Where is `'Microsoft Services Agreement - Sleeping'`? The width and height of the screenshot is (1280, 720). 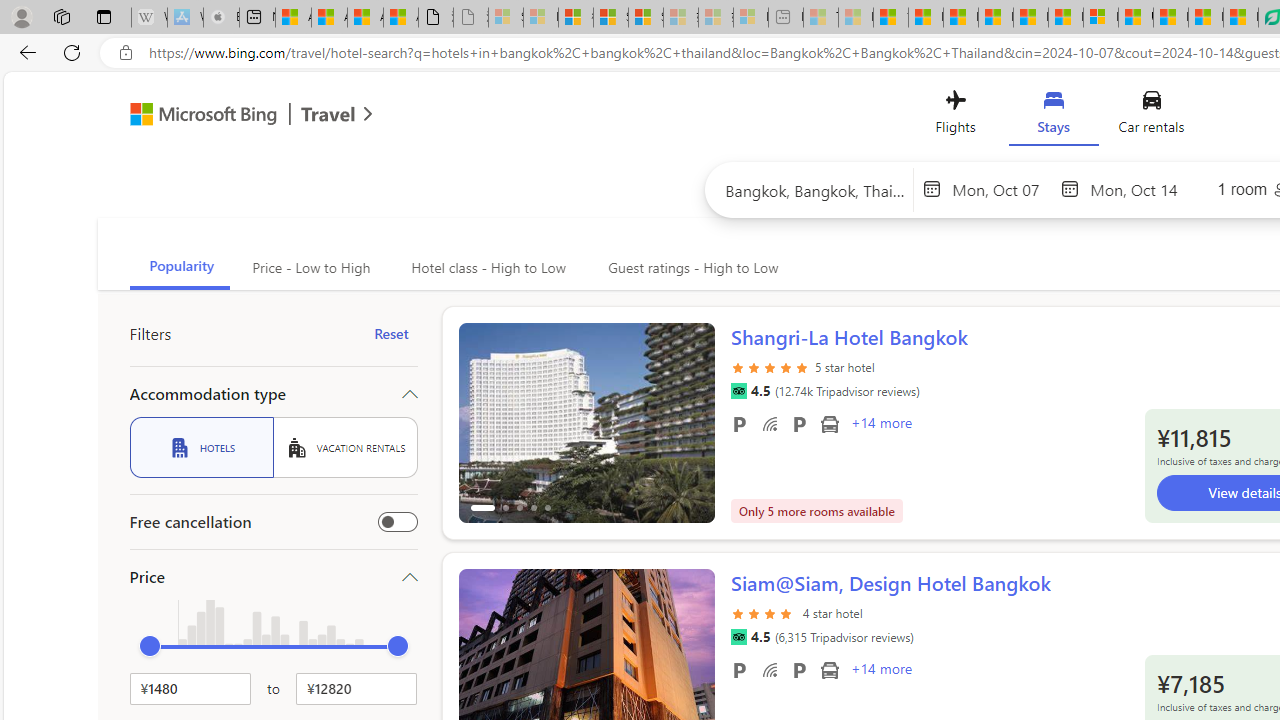 'Microsoft Services Agreement - Sleeping' is located at coordinates (540, 17).